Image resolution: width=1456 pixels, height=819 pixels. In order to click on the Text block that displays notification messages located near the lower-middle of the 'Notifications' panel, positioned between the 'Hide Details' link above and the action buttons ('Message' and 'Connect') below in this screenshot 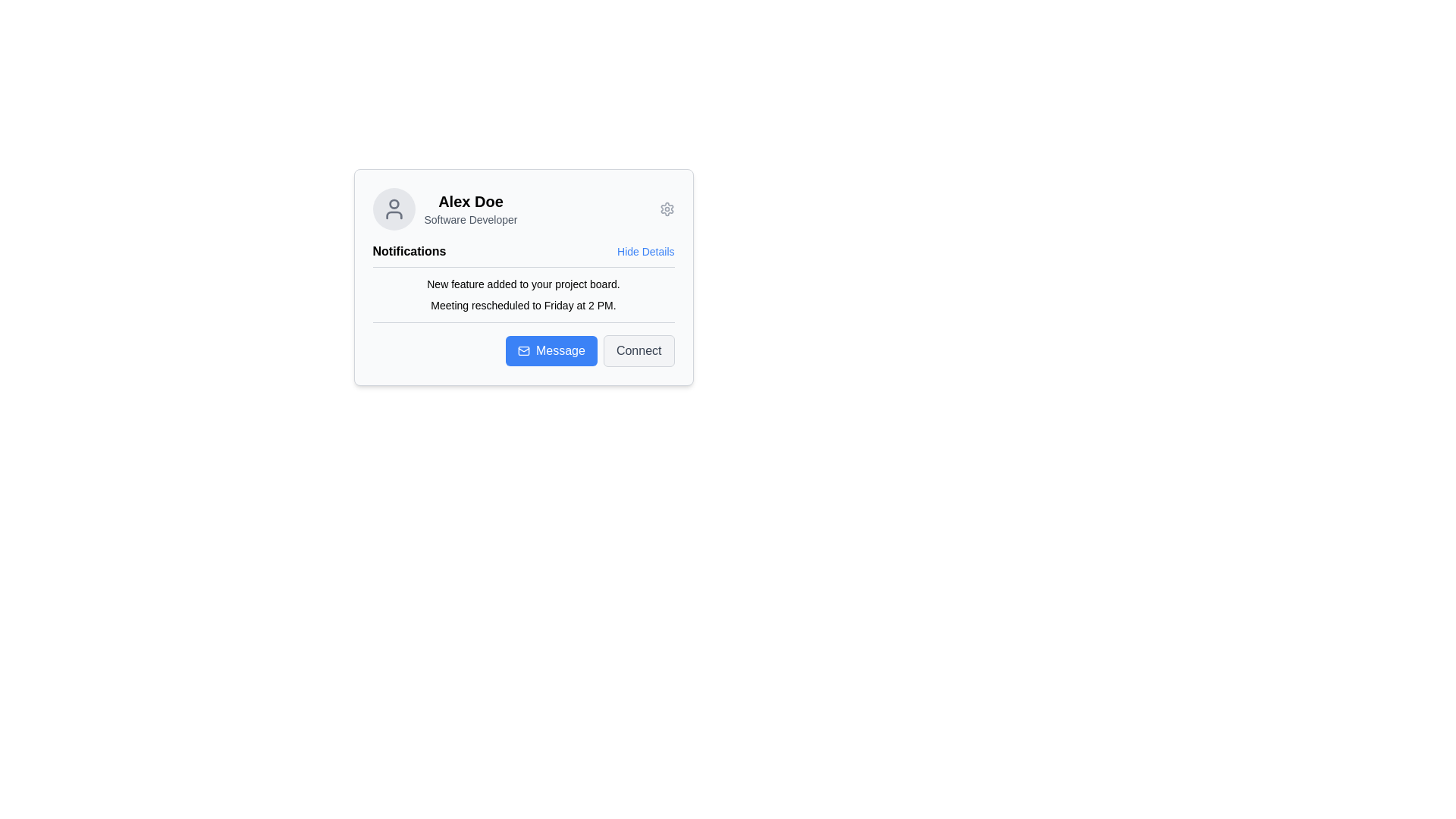, I will do `click(523, 295)`.